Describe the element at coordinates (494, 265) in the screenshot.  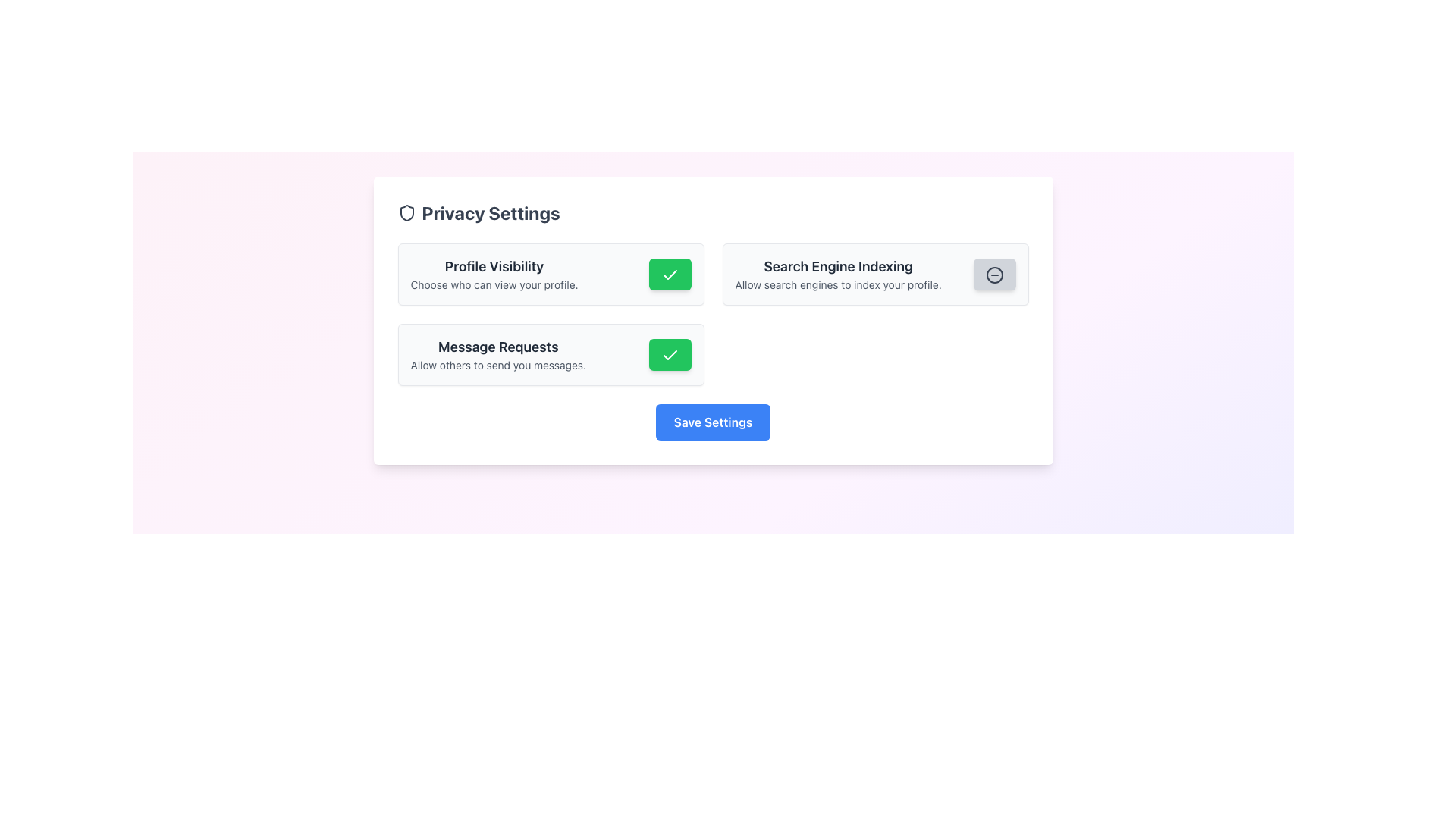
I see `the header text labeled 'Profile Visibility', which is styled in bold dark gray and located above the descriptive text in the Privacy Settings section` at that location.